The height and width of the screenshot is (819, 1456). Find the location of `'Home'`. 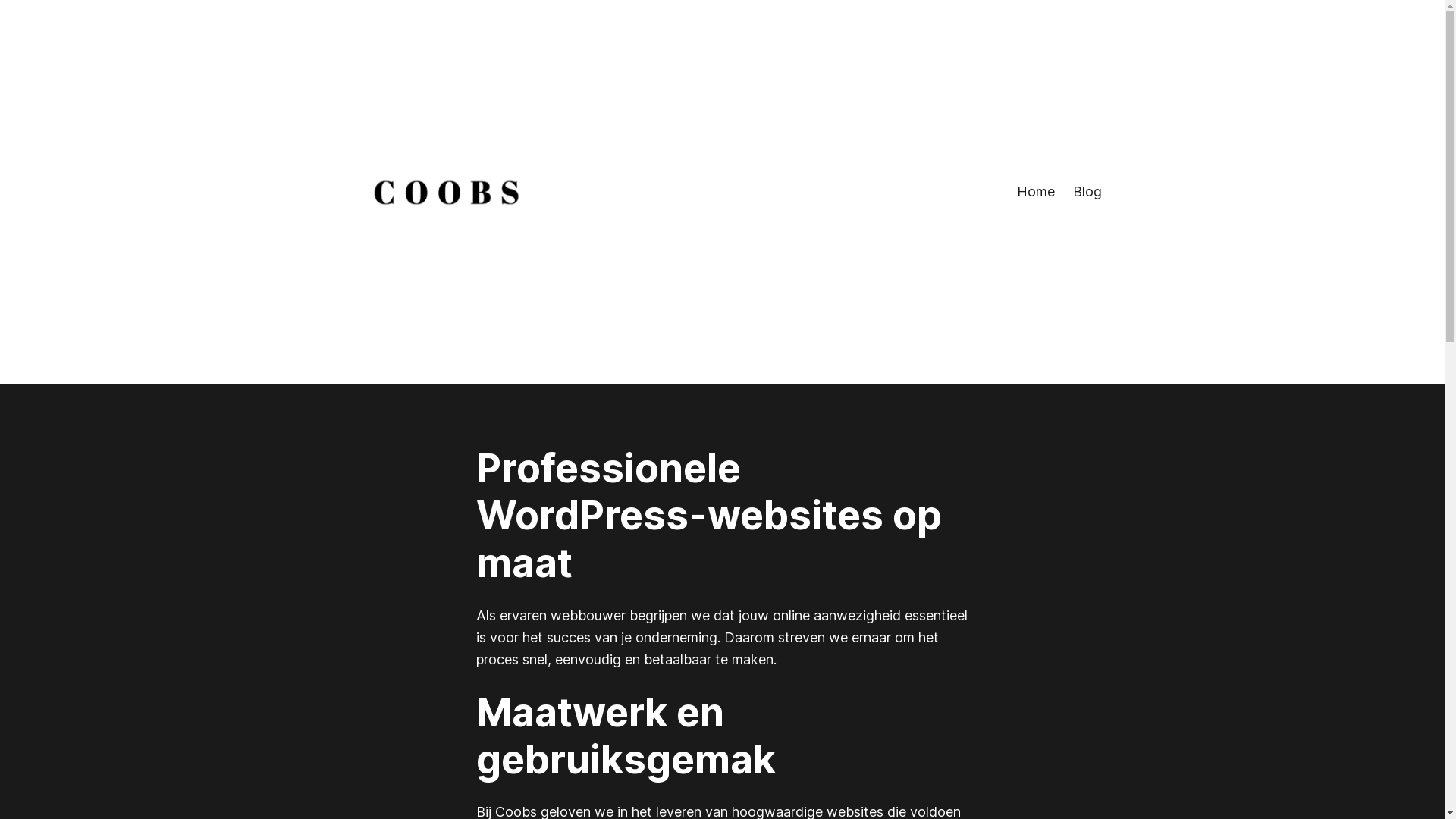

'Home' is located at coordinates (1015, 191).